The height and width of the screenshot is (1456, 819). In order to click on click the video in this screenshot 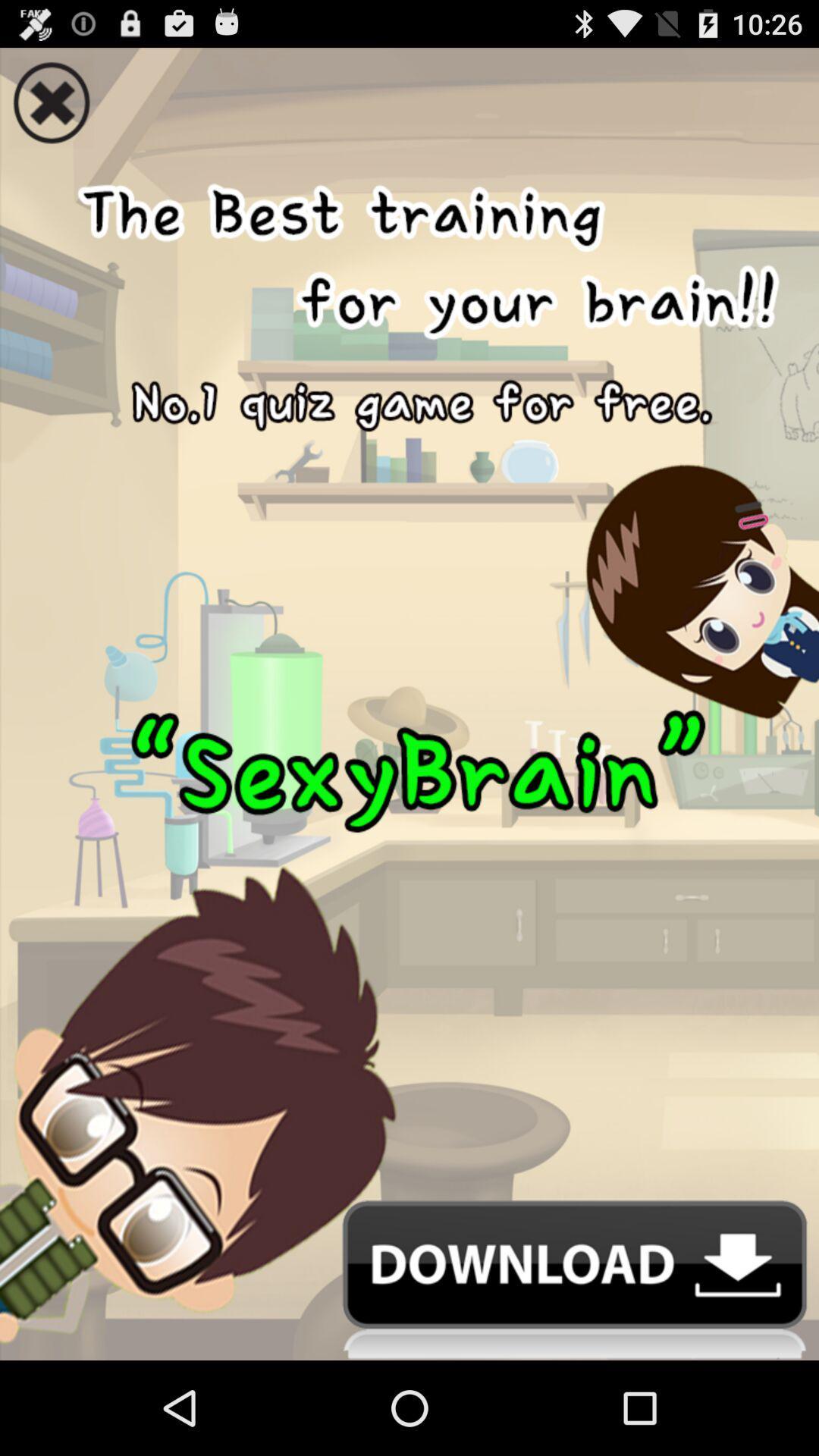, I will do `click(409, 673)`.